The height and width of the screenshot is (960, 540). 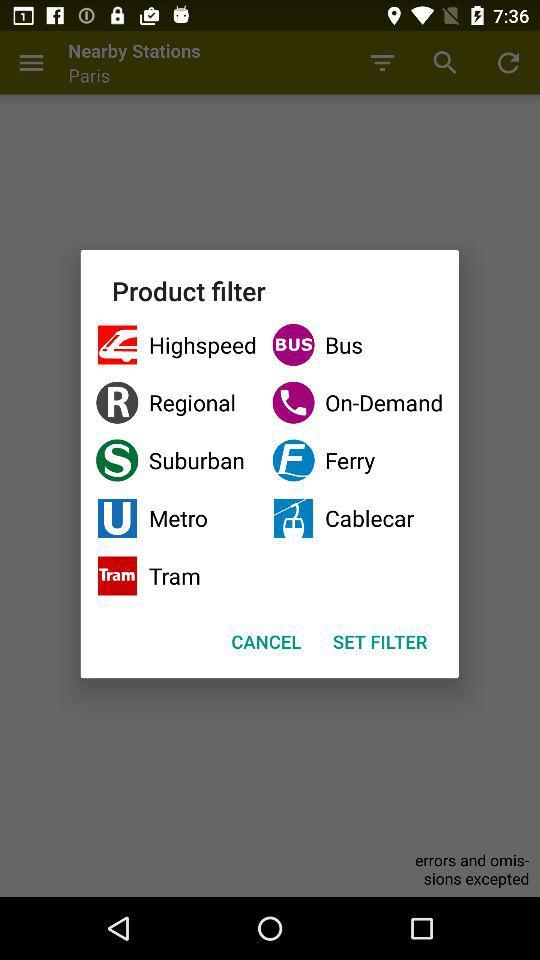 I want to click on icon below the product filter item, so click(x=176, y=345).